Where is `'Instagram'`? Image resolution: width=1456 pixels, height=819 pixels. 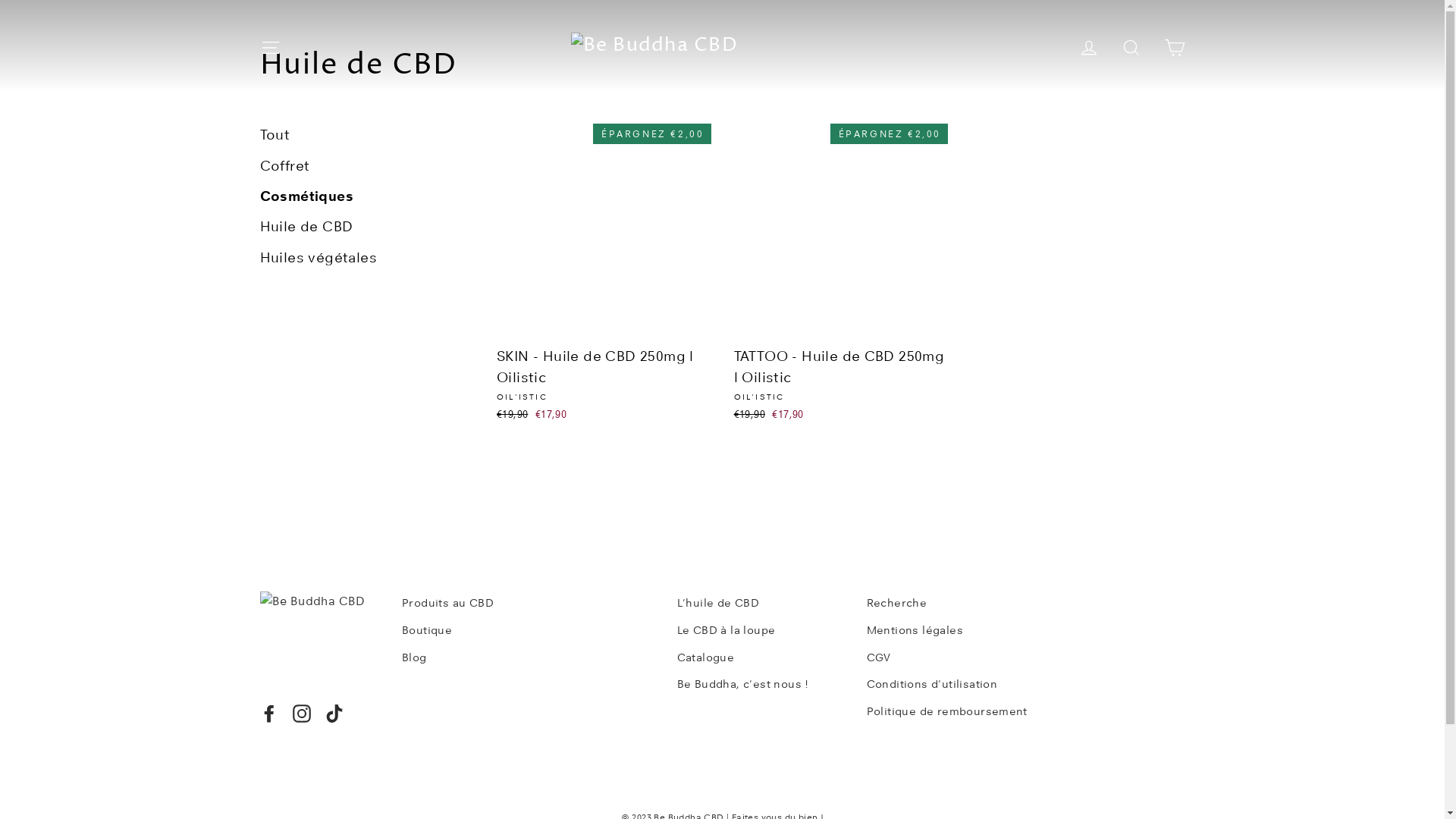
'Instagram' is located at coordinates (302, 713).